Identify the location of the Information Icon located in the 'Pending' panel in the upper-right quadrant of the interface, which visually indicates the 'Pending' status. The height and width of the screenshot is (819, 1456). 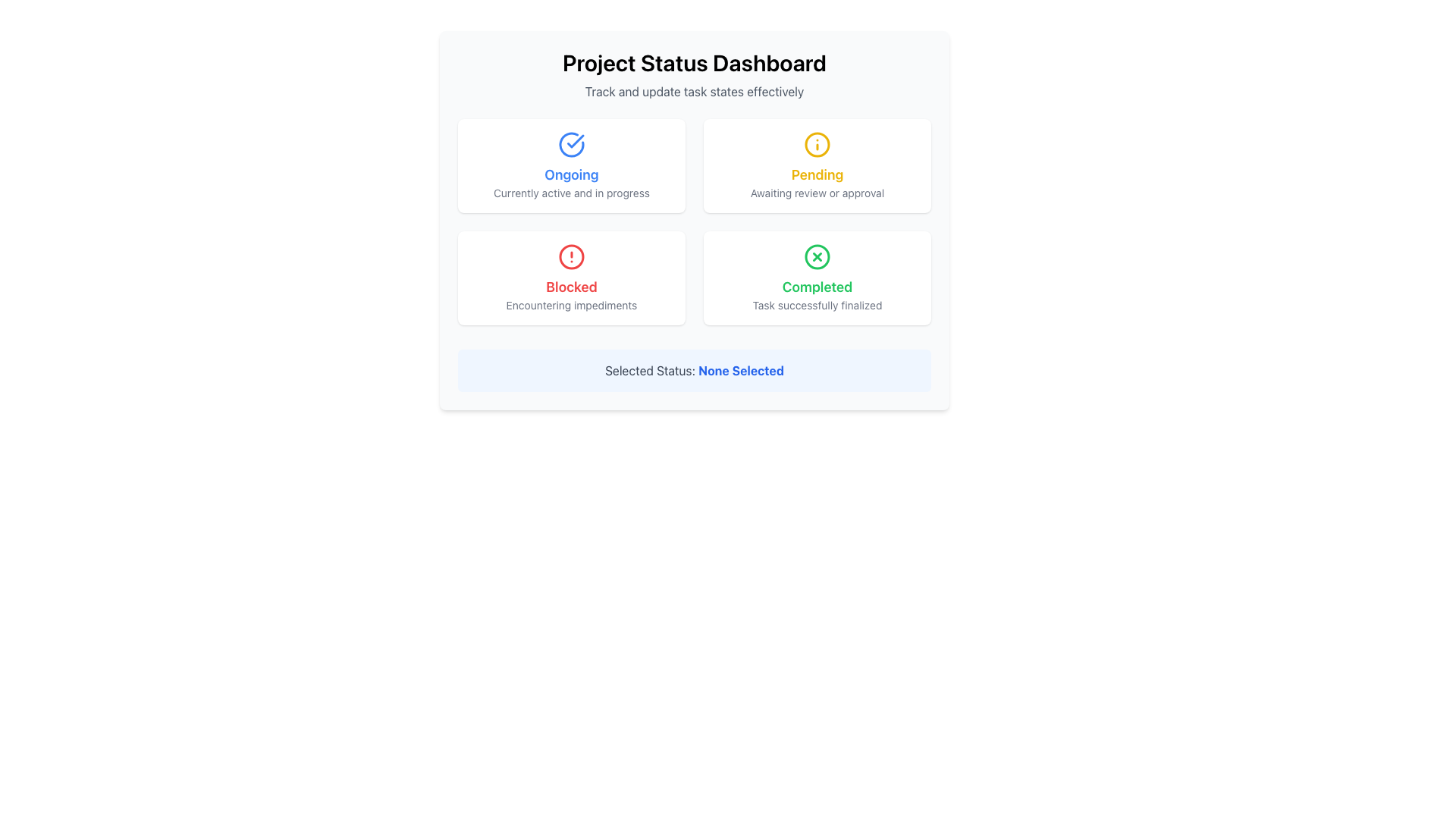
(817, 145).